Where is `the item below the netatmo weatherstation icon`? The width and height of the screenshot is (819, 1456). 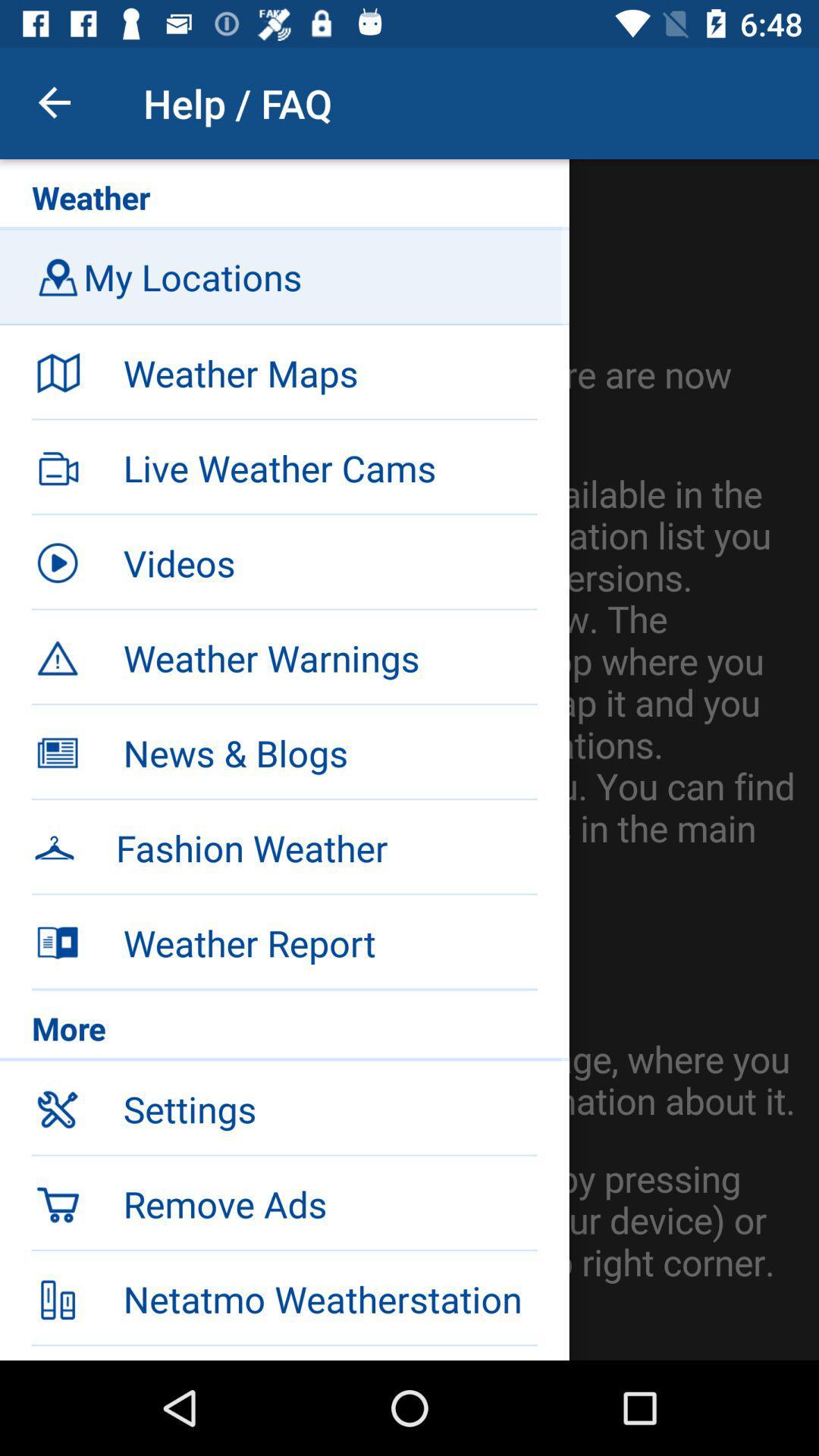
the item below the netatmo weatherstation icon is located at coordinates (329, 1353).